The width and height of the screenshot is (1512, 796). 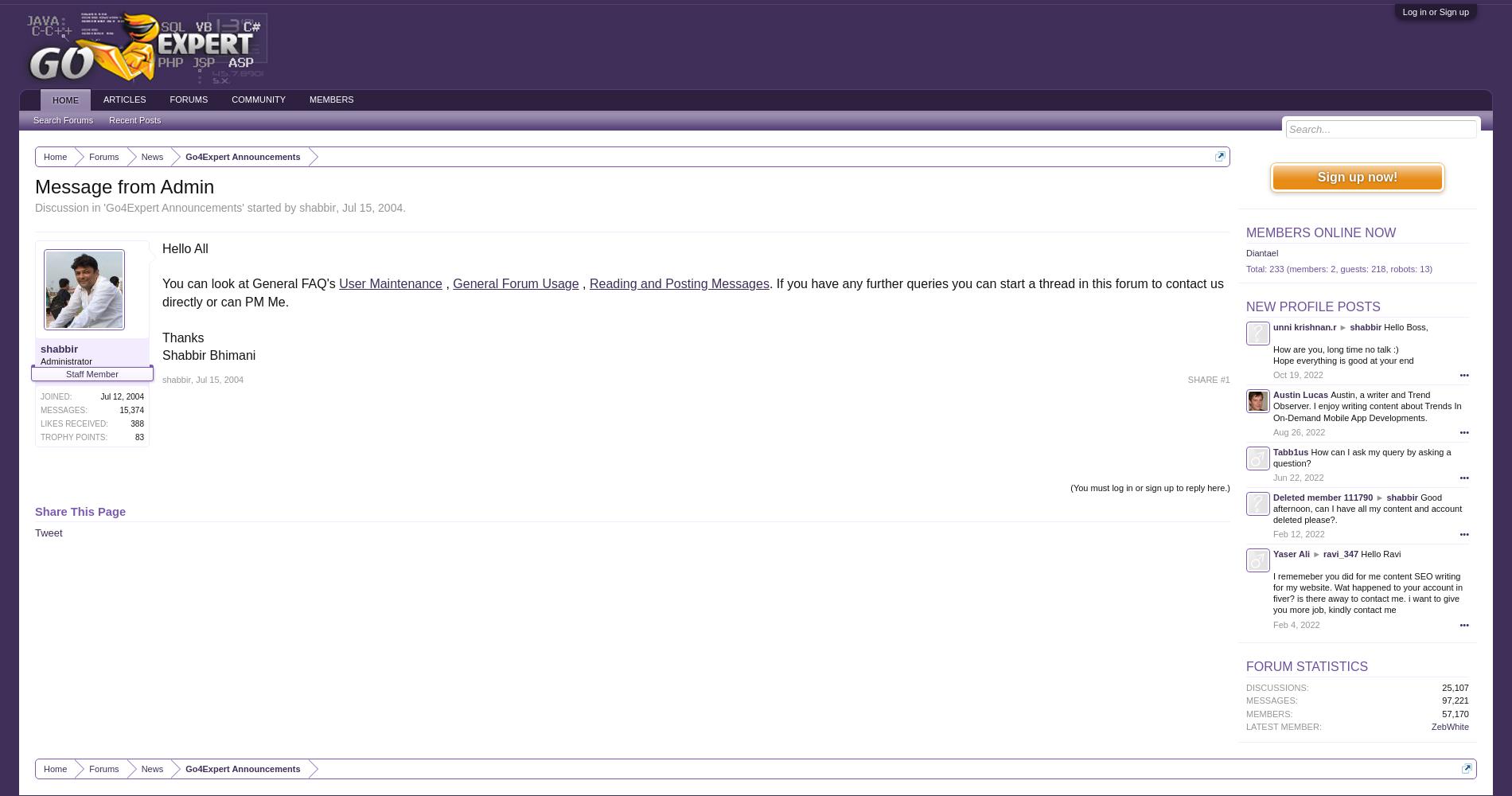 What do you see at coordinates (137, 423) in the screenshot?
I see `'388'` at bounding box center [137, 423].